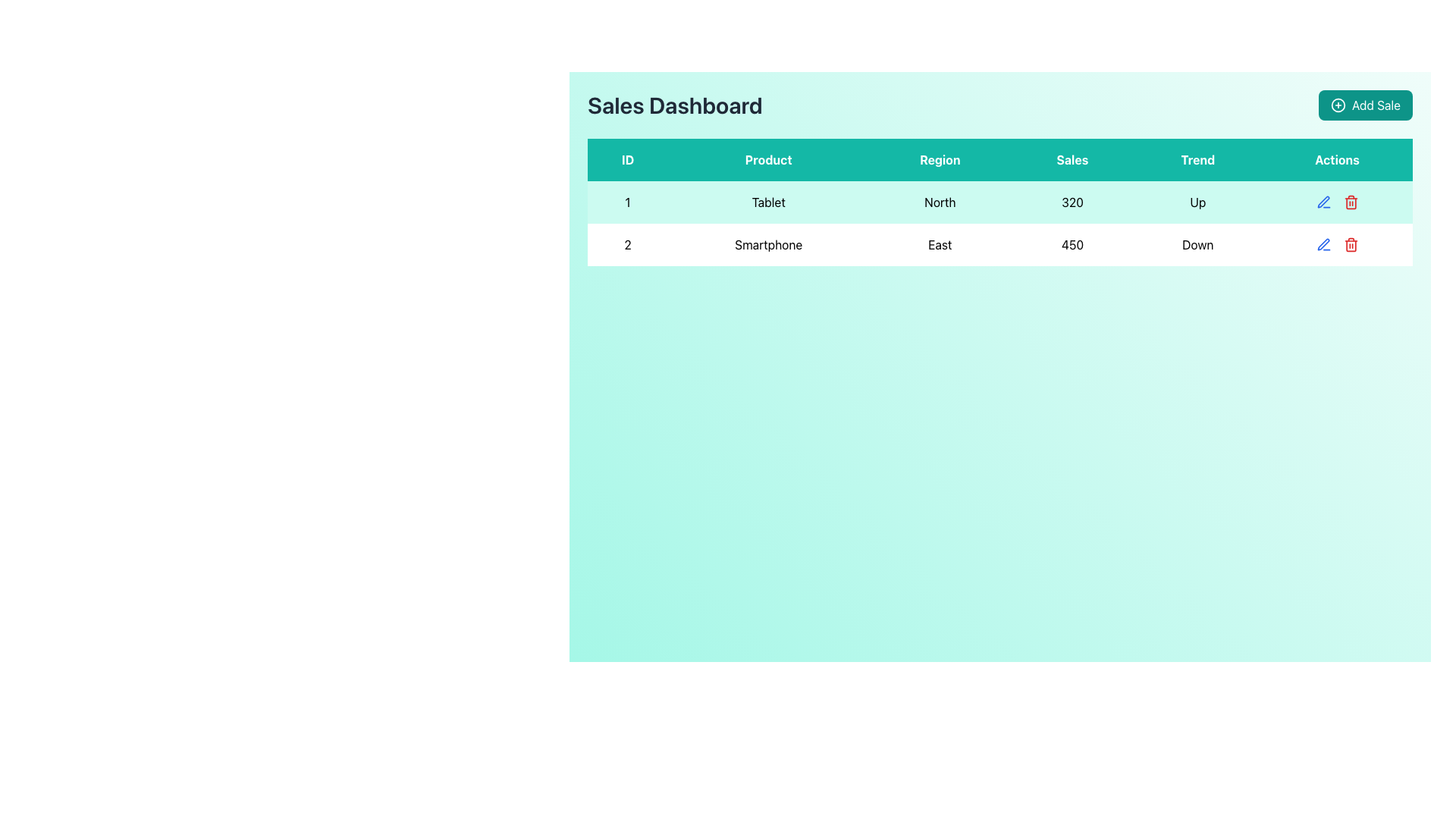  I want to click on the 'Actions' header cell in the table, which is the last header following 'ID', 'Product', 'Region', 'Sales', and 'Trend', so click(1337, 160).